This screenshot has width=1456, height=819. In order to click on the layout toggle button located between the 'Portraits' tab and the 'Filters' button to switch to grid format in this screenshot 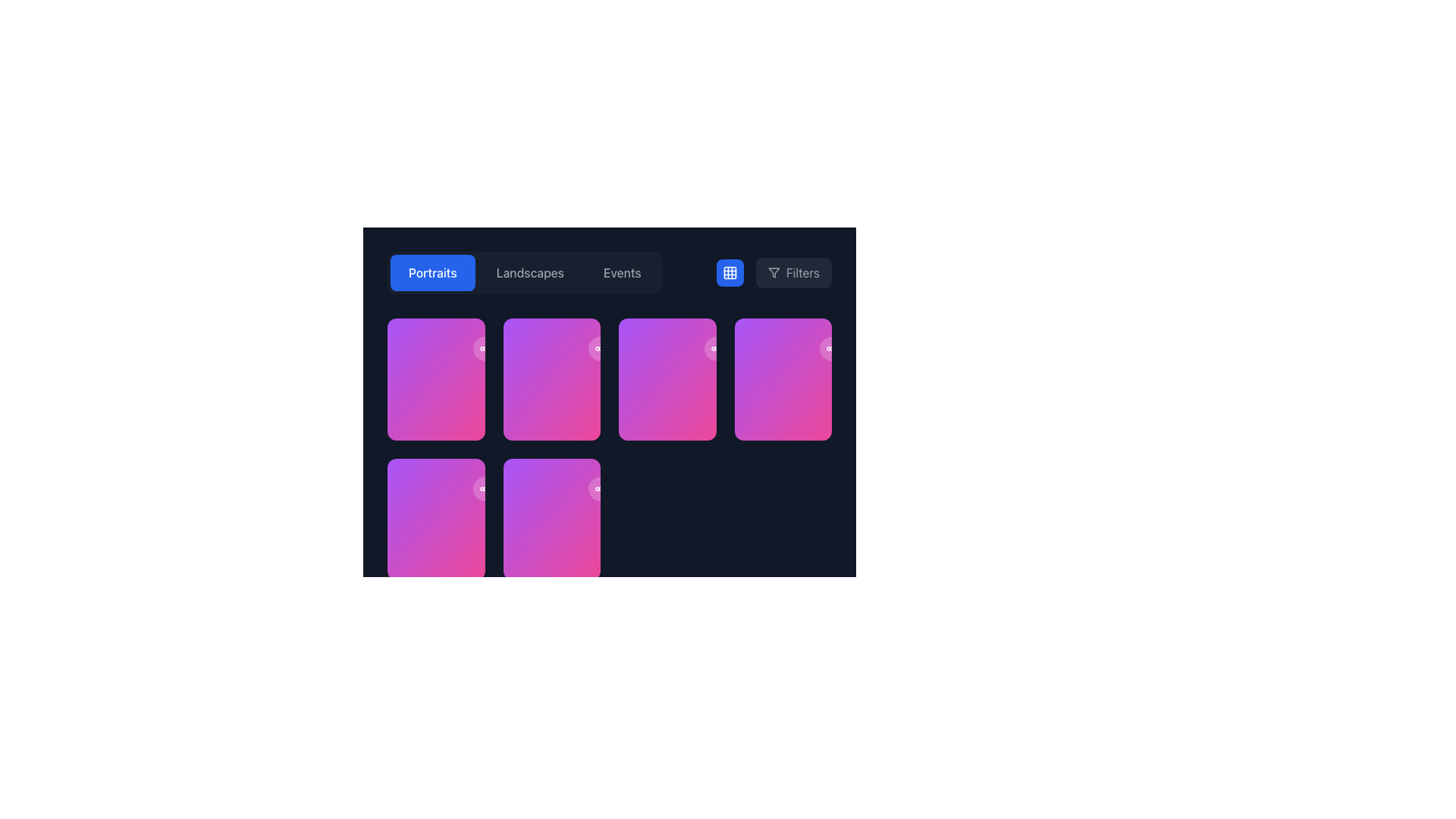, I will do `click(730, 271)`.